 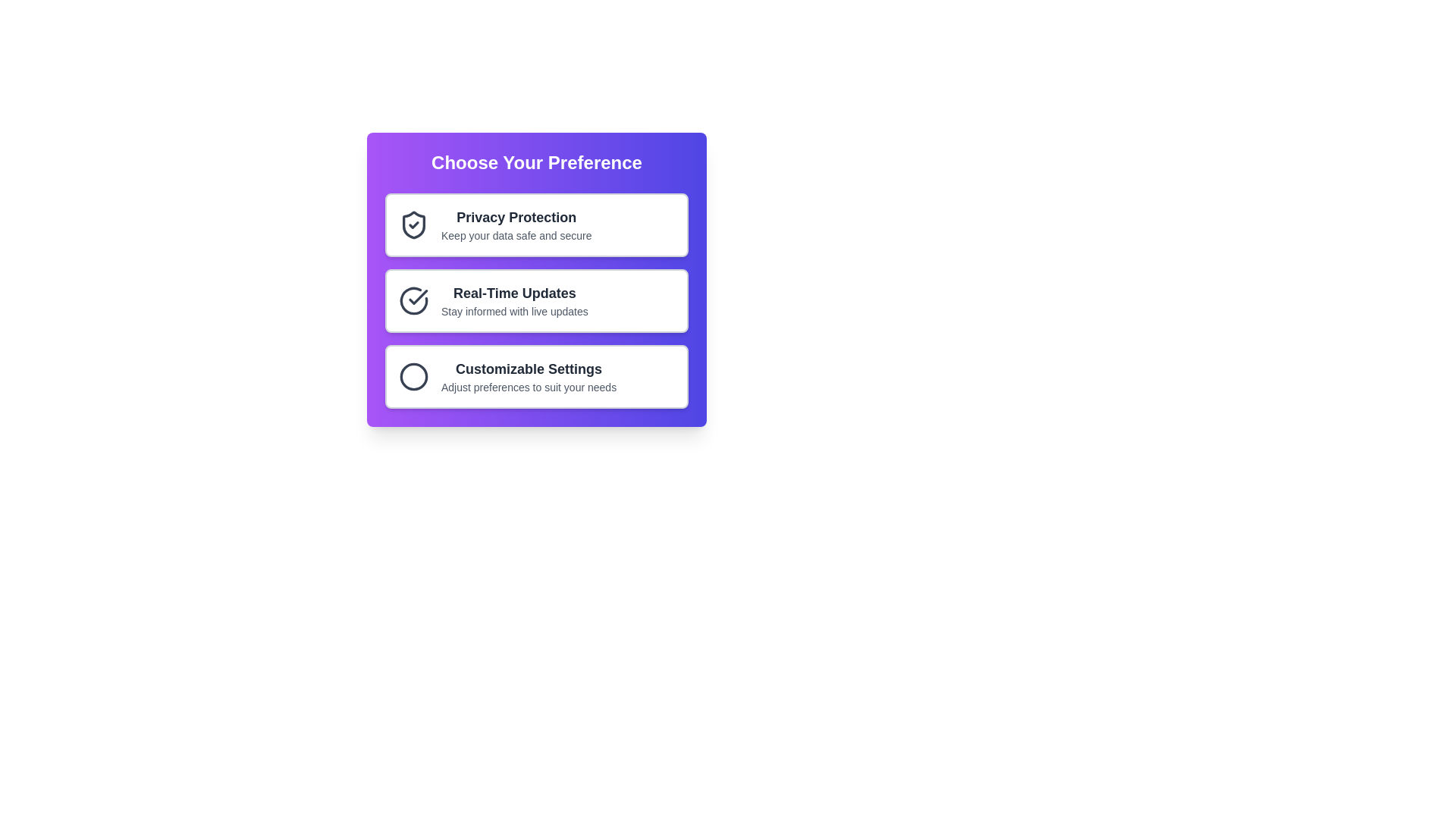 I want to click on on the text block containing the title 'Real-Time Updates' and subtitle 'Stay informed with live updates' that is positioned in the middle of a vertical list within a card with a purple background, so click(x=514, y=301).